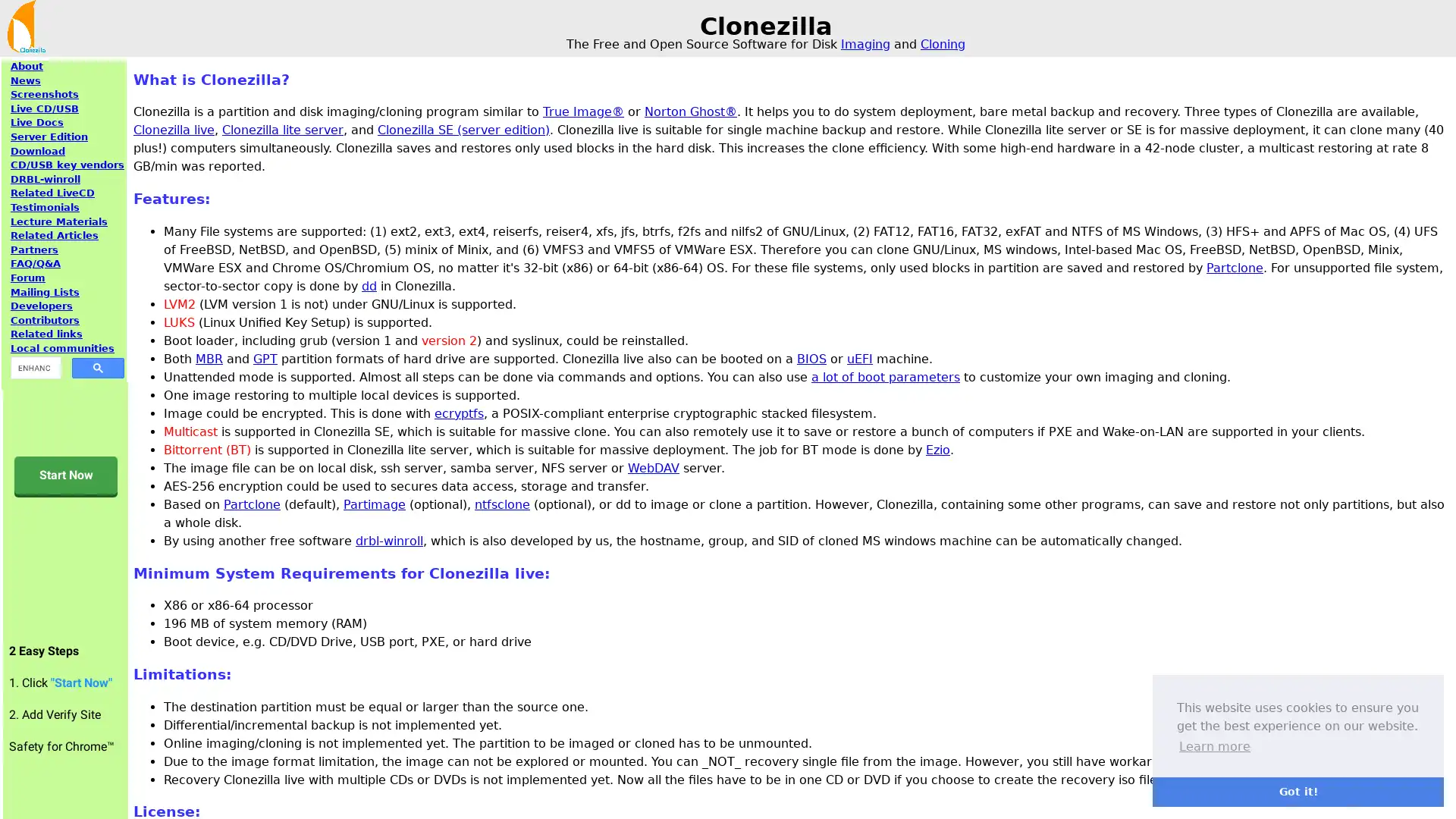 The width and height of the screenshot is (1456, 819). Describe the element at coordinates (1215, 745) in the screenshot. I see `learn more about cookies` at that location.